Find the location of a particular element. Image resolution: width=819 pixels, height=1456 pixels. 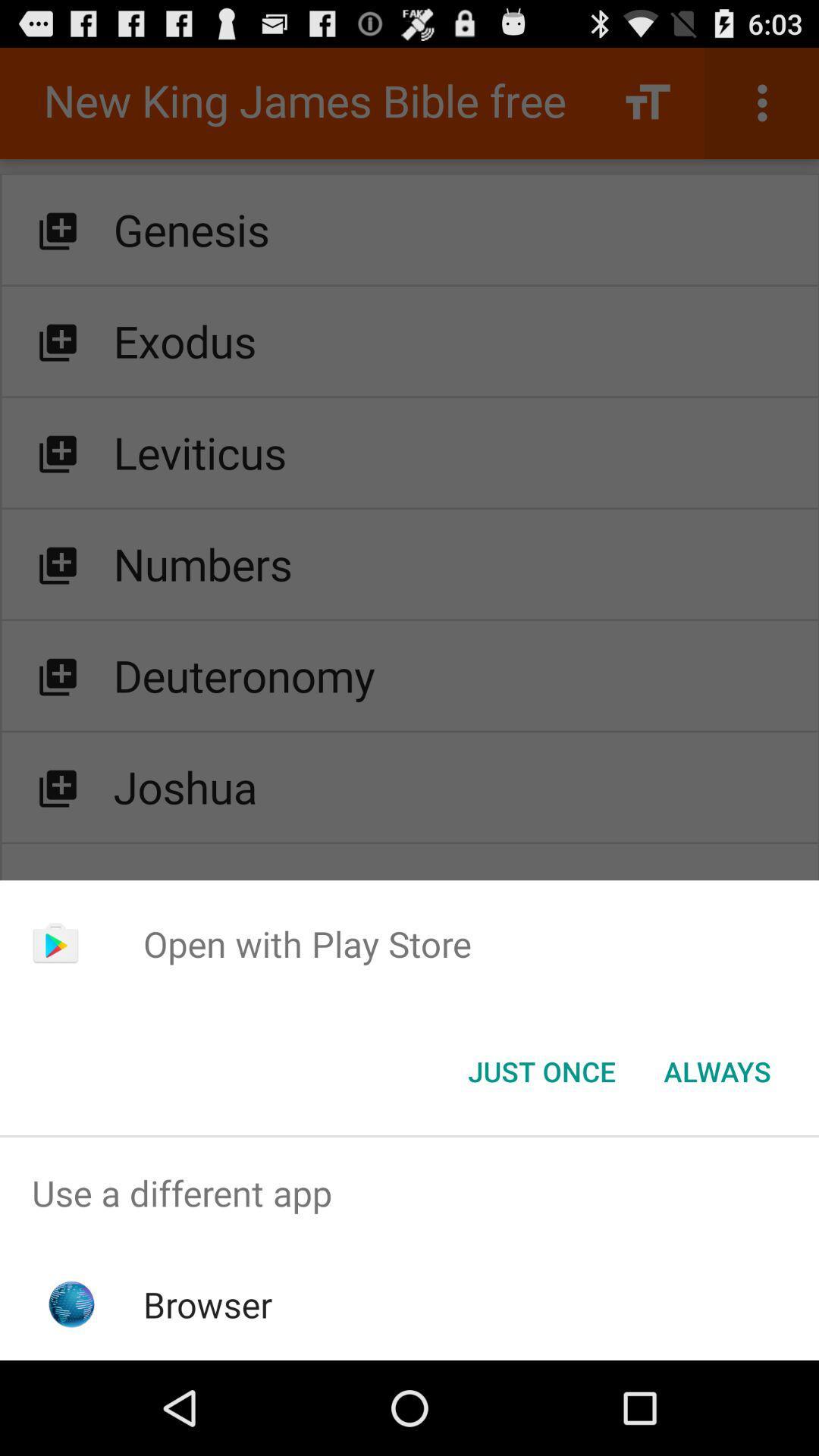

button at the bottom right corner is located at coordinates (717, 1070).